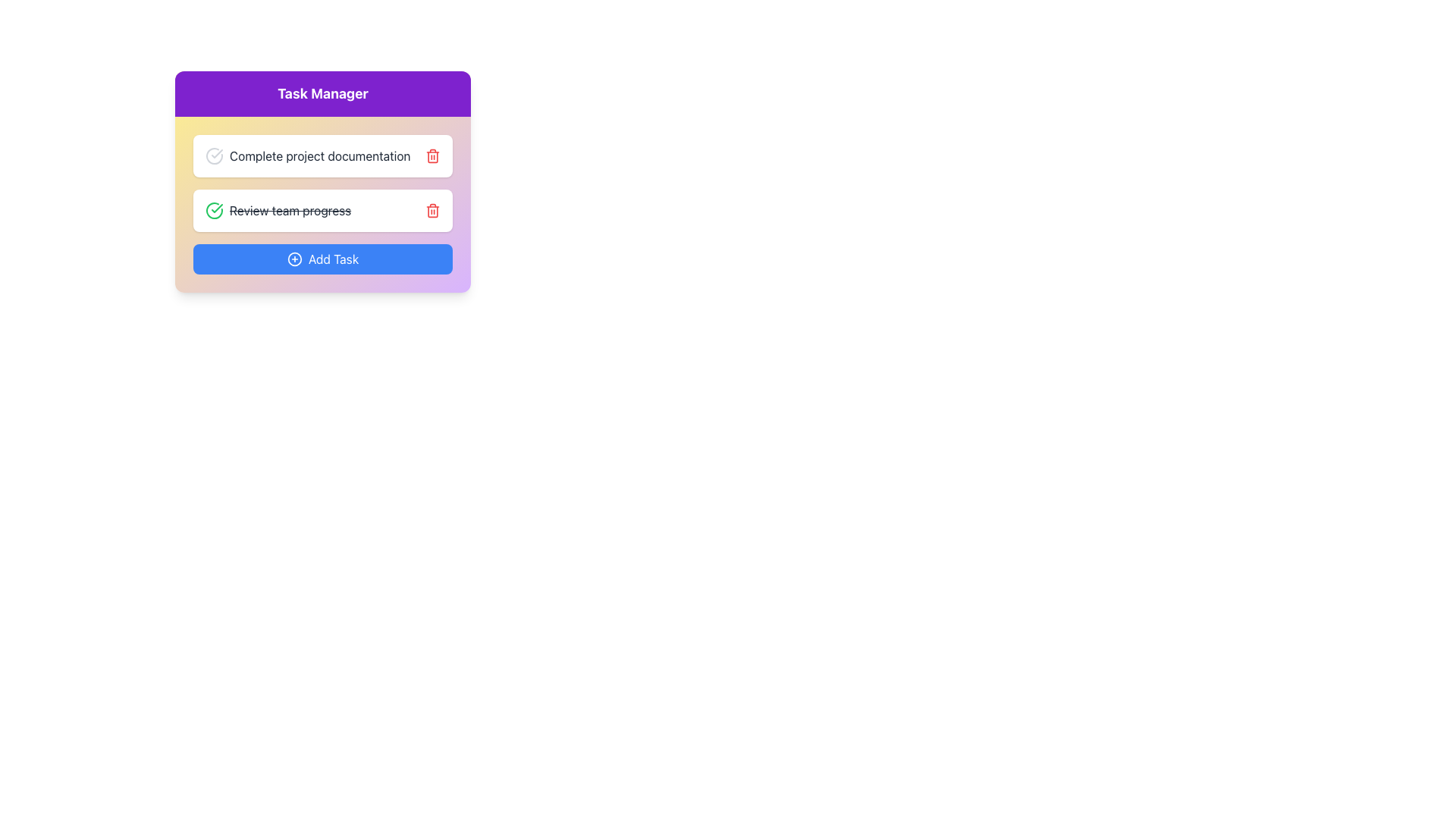  Describe the element at coordinates (322, 259) in the screenshot. I see `the button that allows users to add a new task to the list, located at the bottom of the task manager card` at that location.